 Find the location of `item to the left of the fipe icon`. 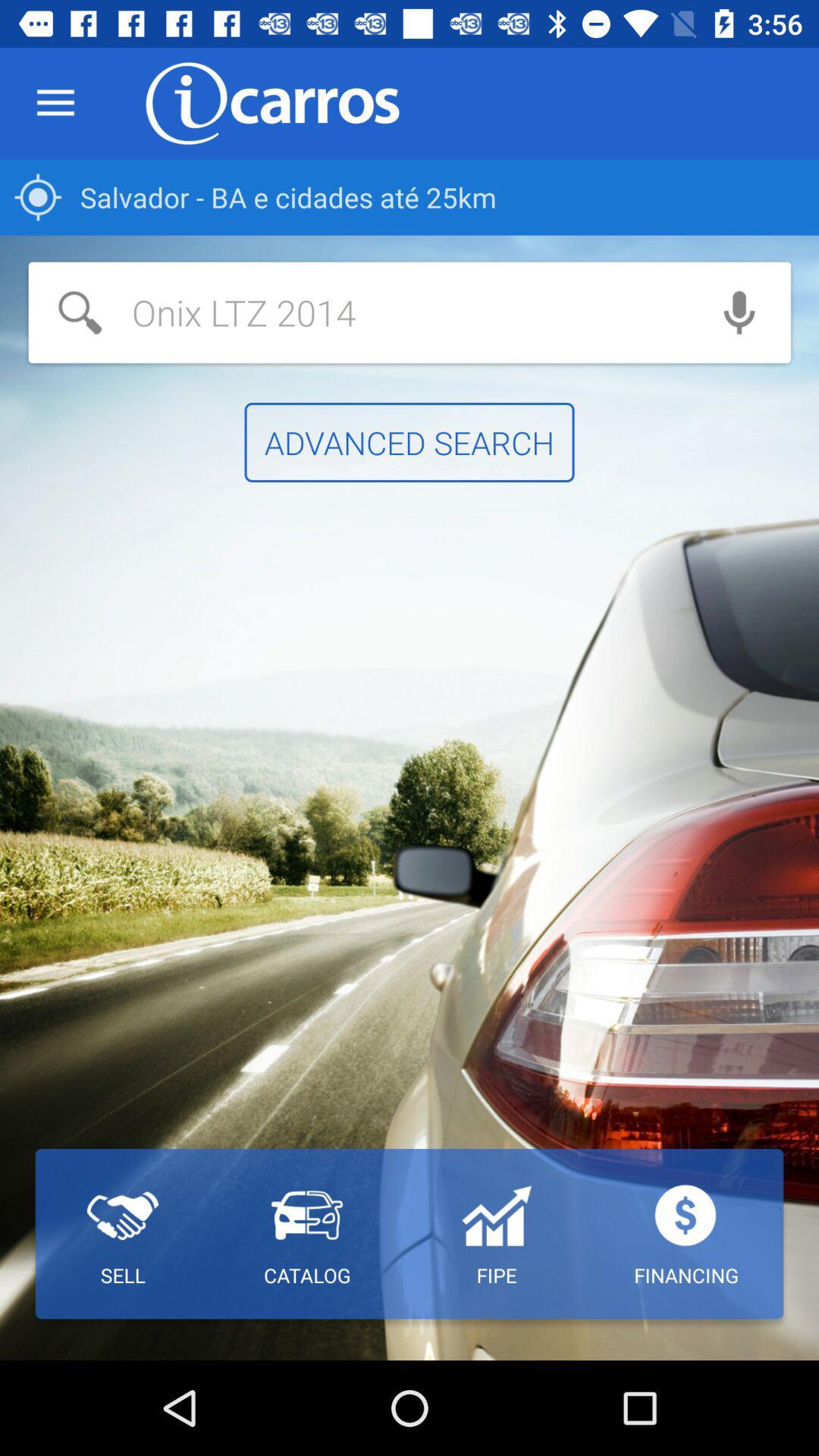

item to the left of the fipe icon is located at coordinates (307, 1234).